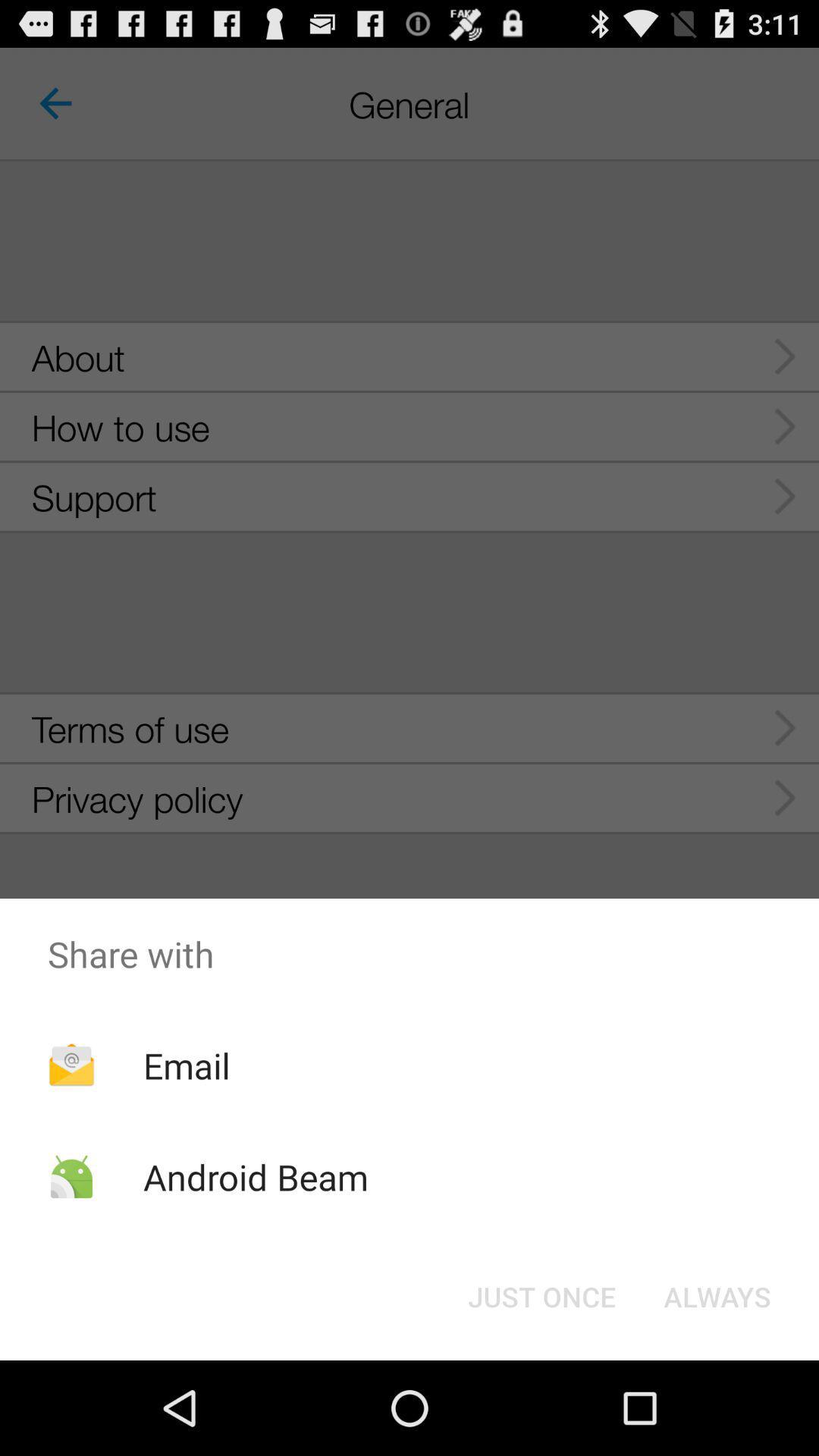 Image resolution: width=819 pixels, height=1456 pixels. I want to click on item below share with item, so click(717, 1295).